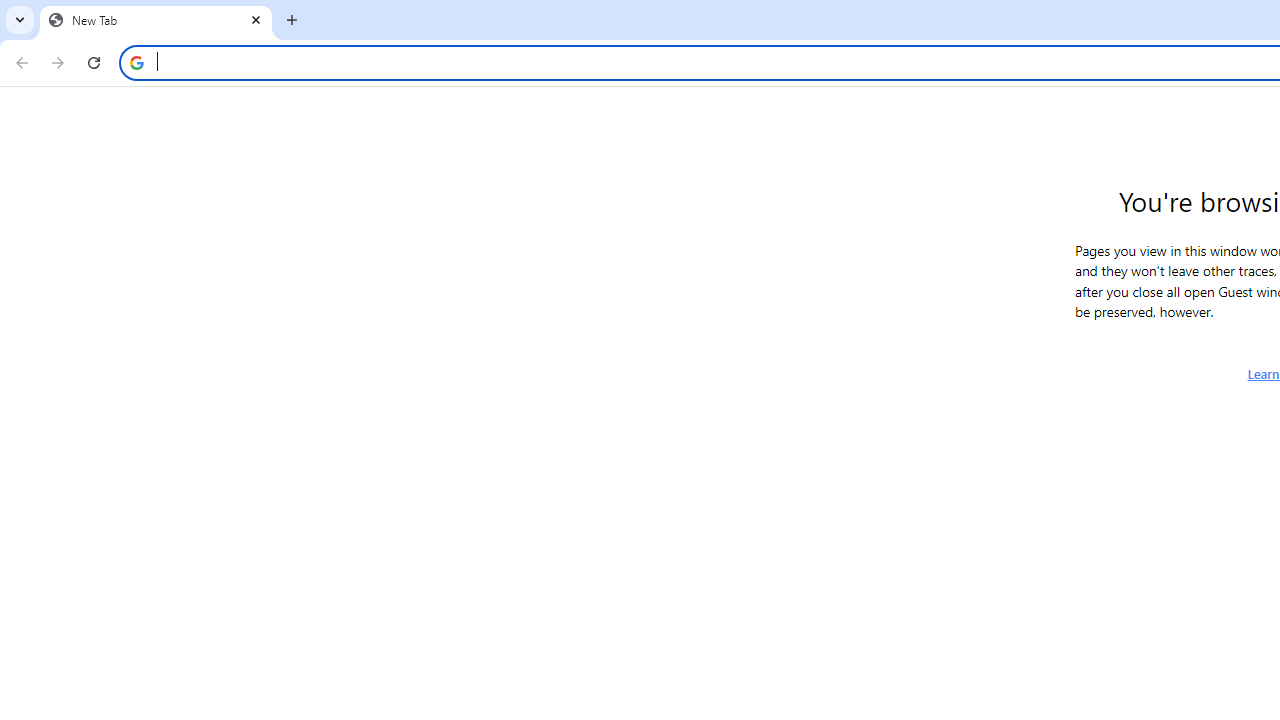  I want to click on 'Search icon', so click(135, 61).